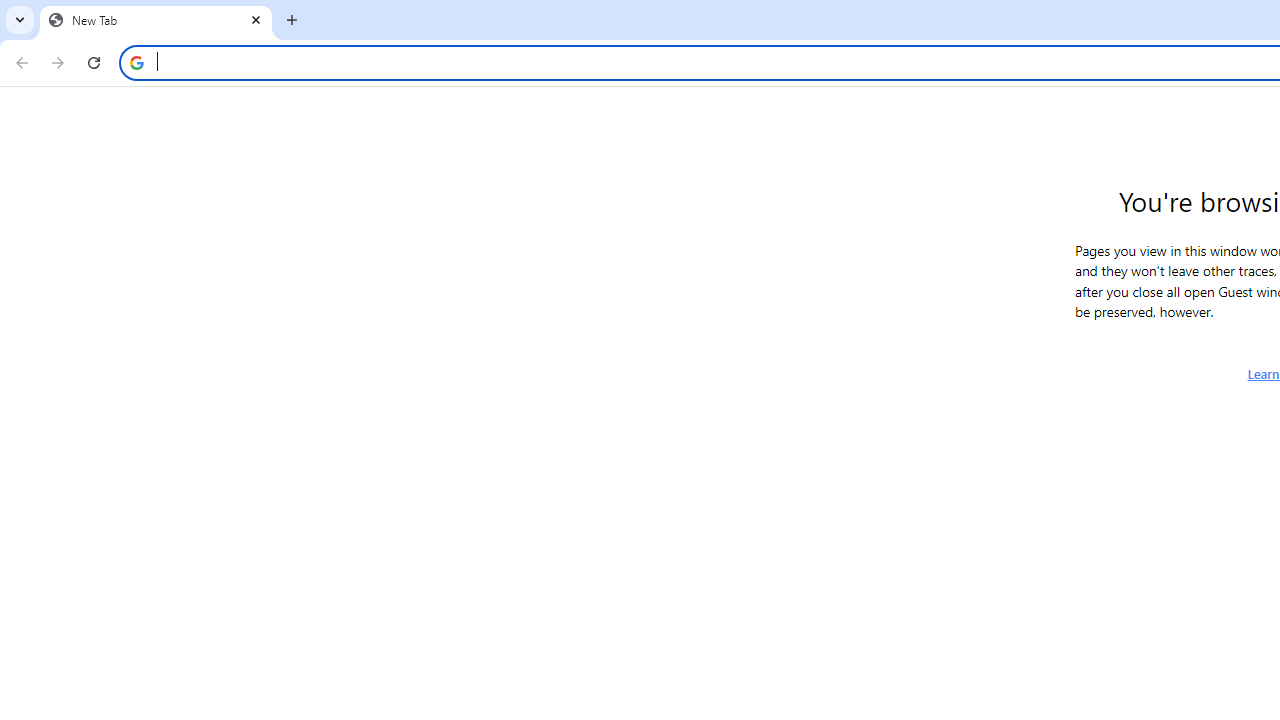  I want to click on 'Search icon', so click(135, 61).